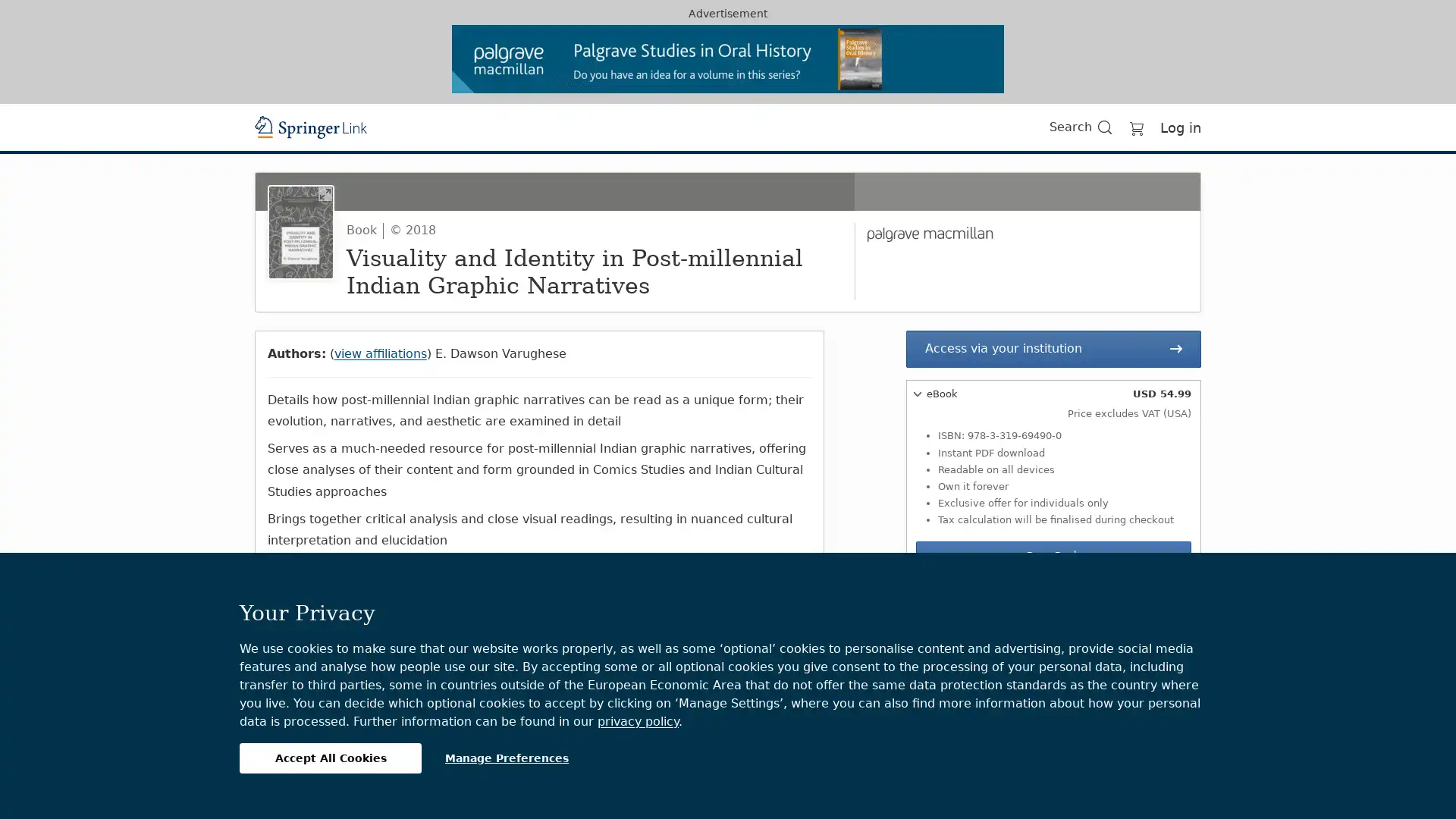 The height and width of the screenshot is (819, 1456). I want to click on Manage Preferences, so click(507, 758).